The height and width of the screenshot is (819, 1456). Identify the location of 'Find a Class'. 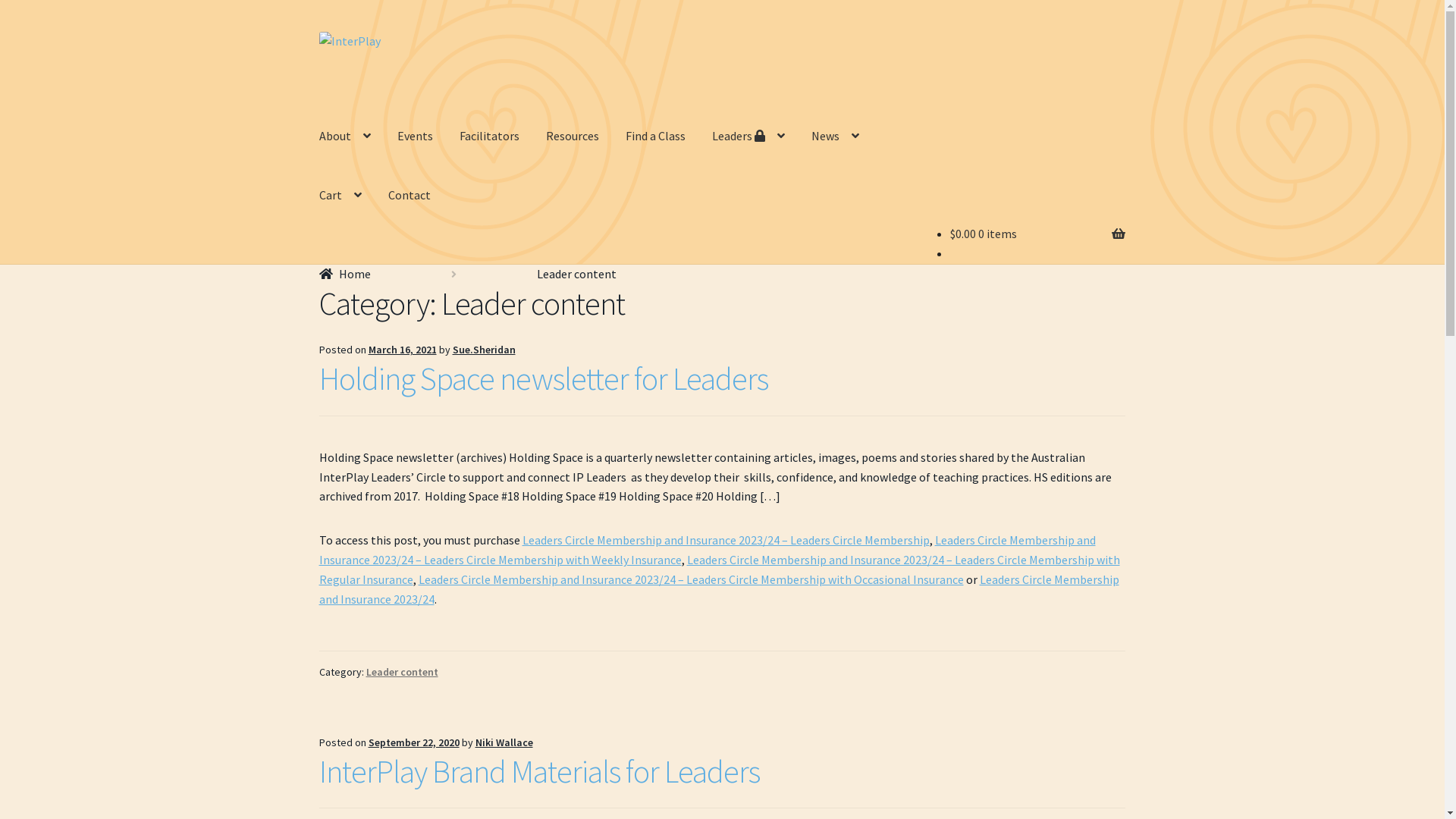
(655, 136).